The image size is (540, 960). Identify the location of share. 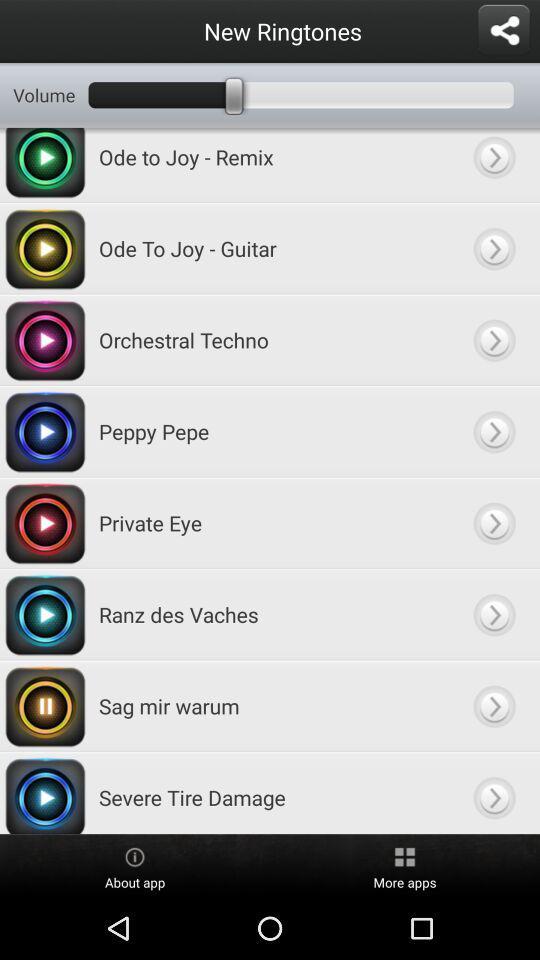
(502, 30).